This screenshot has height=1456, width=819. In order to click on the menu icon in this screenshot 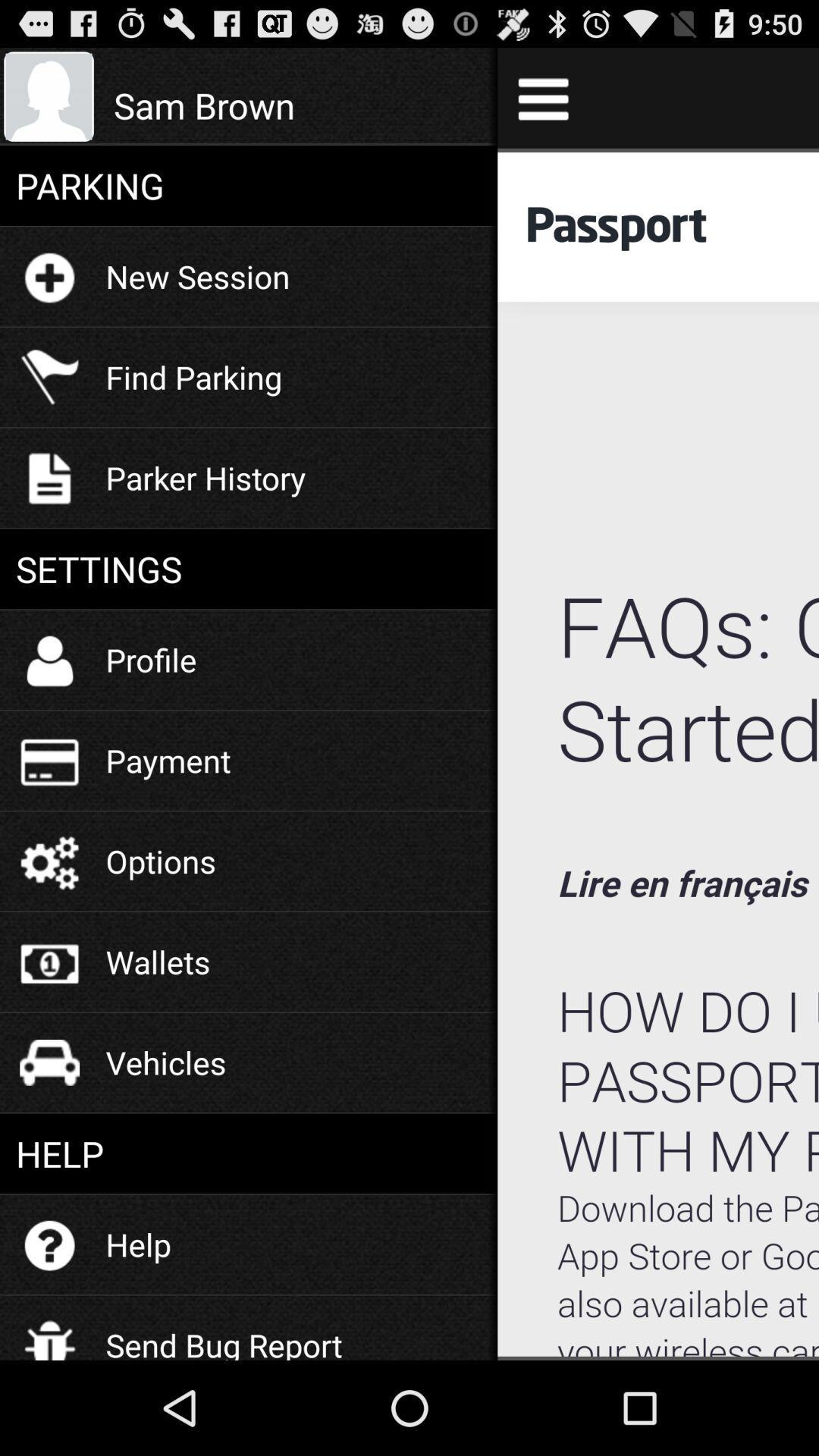, I will do `click(542, 104)`.